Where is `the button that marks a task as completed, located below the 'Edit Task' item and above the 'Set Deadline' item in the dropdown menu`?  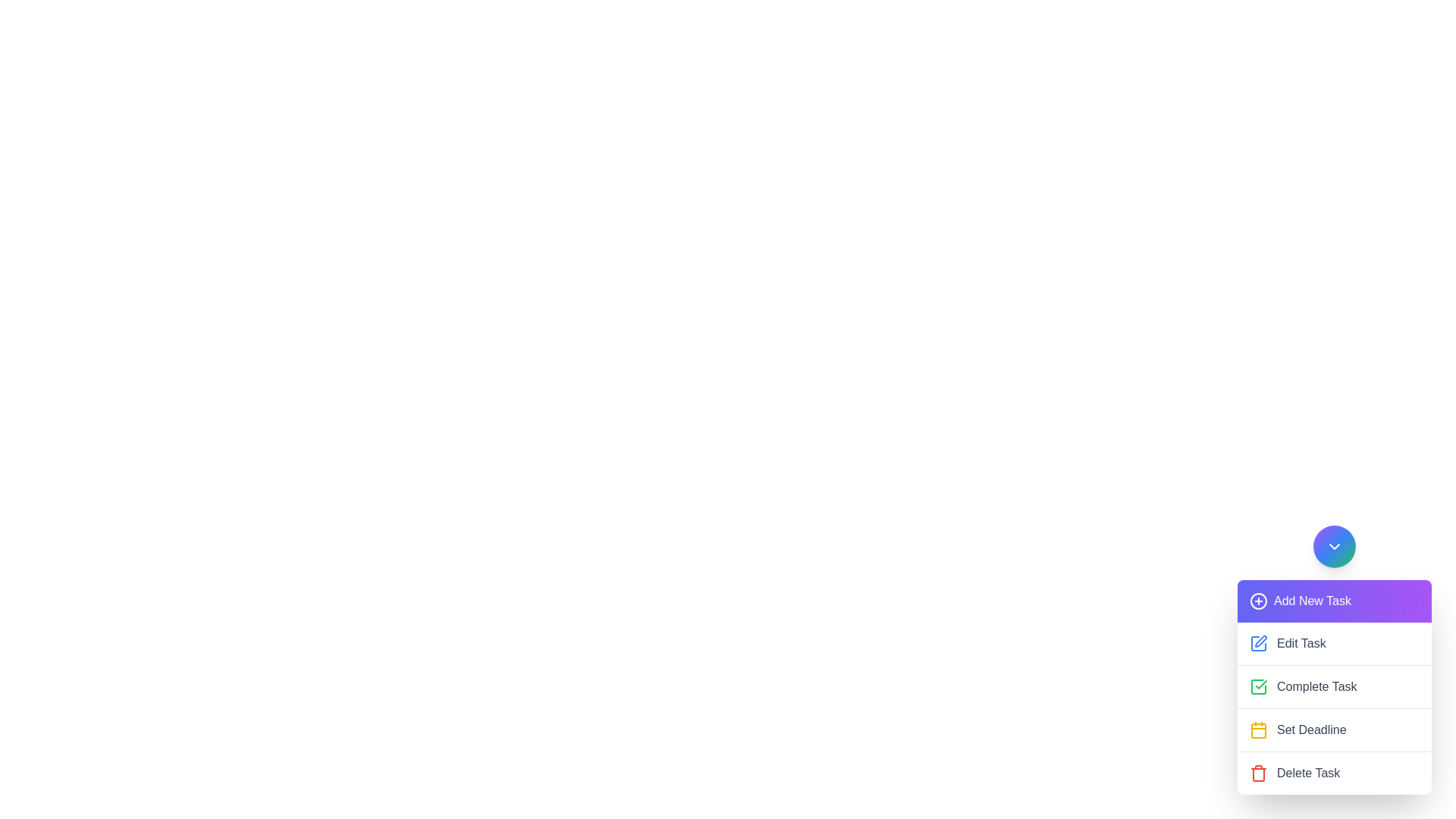
the button that marks a task as completed, located below the 'Edit Task' item and above the 'Set Deadline' item in the dropdown menu is located at coordinates (1335, 686).